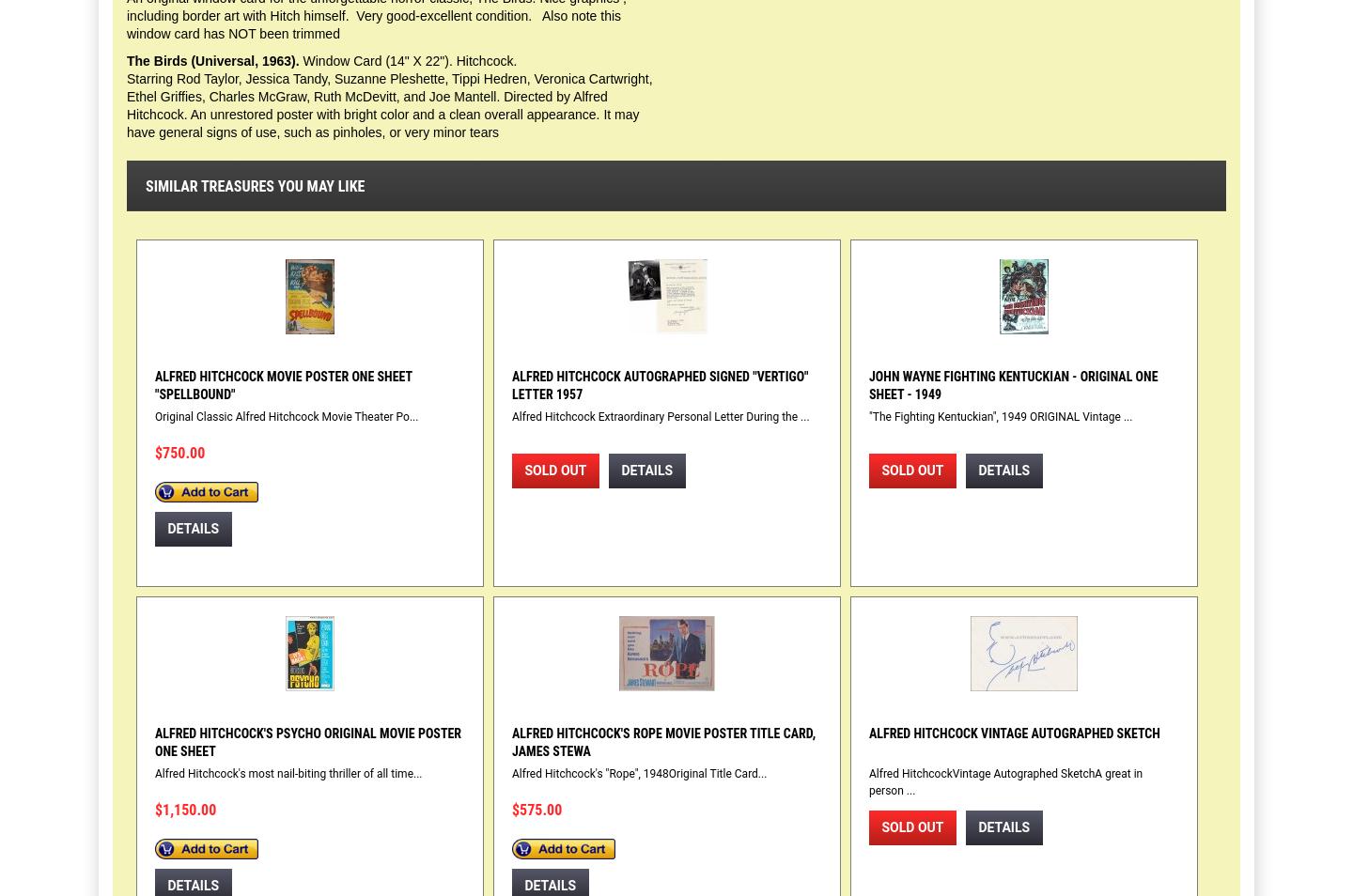 This screenshot has width=1353, height=896. What do you see at coordinates (639, 773) in the screenshot?
I see `'Alfred Hitchcock's "Rope", 1948Original Title Card...'` at bounding box center [639, 773].